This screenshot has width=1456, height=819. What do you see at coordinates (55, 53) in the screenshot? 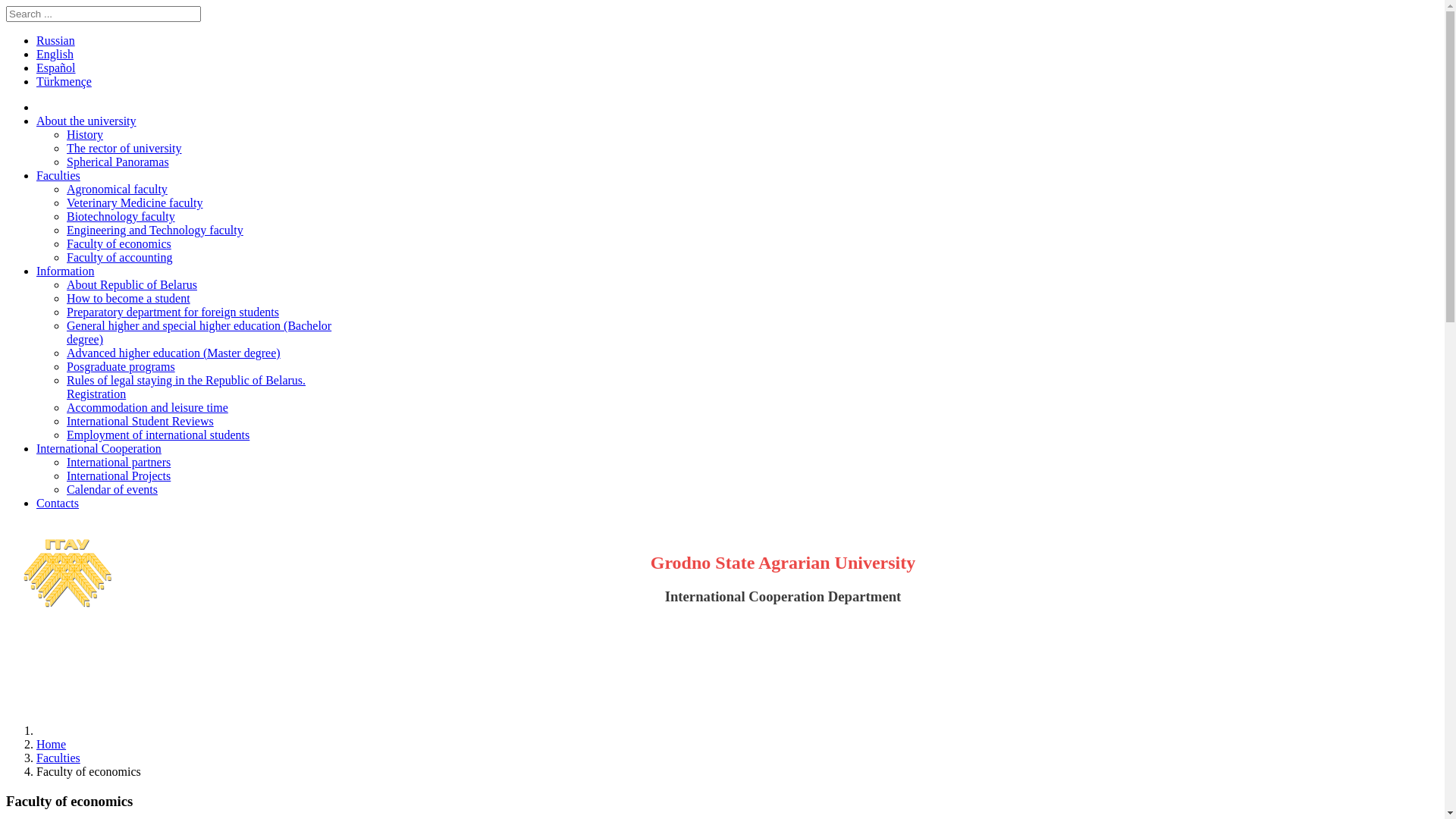
I see `'English'` at bounding box center [55, 53].